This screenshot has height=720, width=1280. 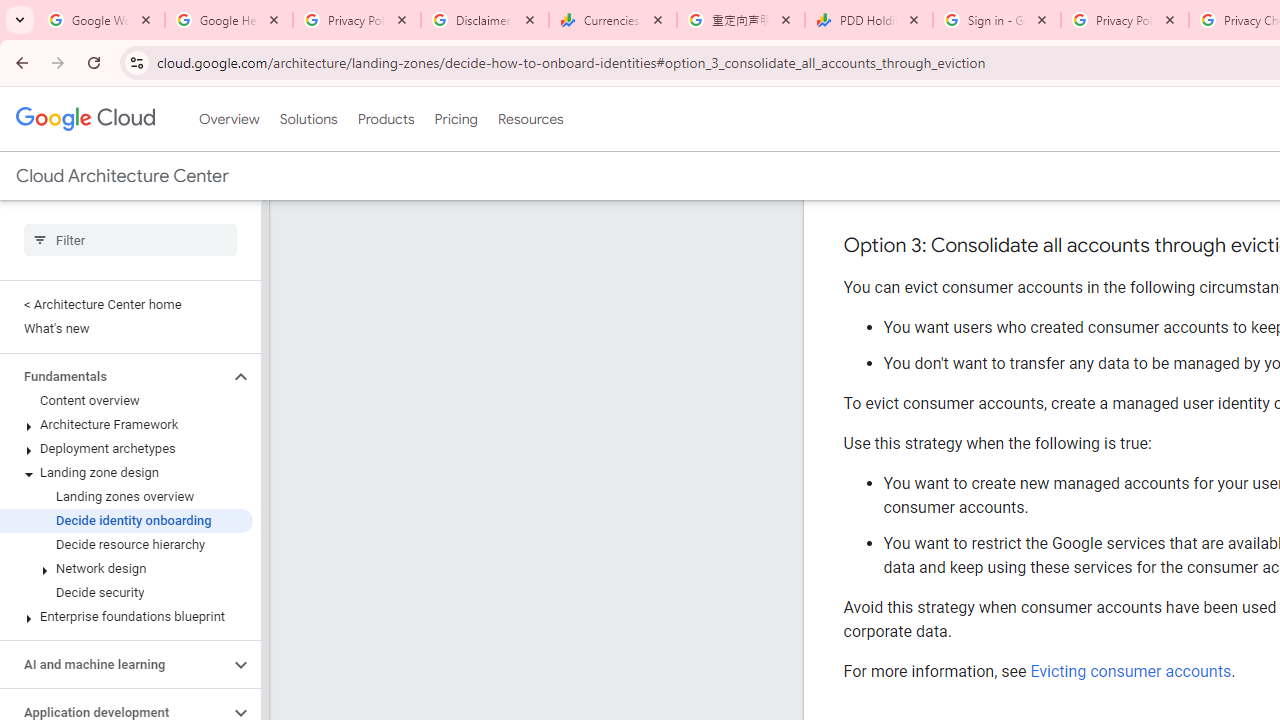 What do you see at coordinates (385, 119) in the screenshot?
I see `'Products'` at bounding box center [385, 119].